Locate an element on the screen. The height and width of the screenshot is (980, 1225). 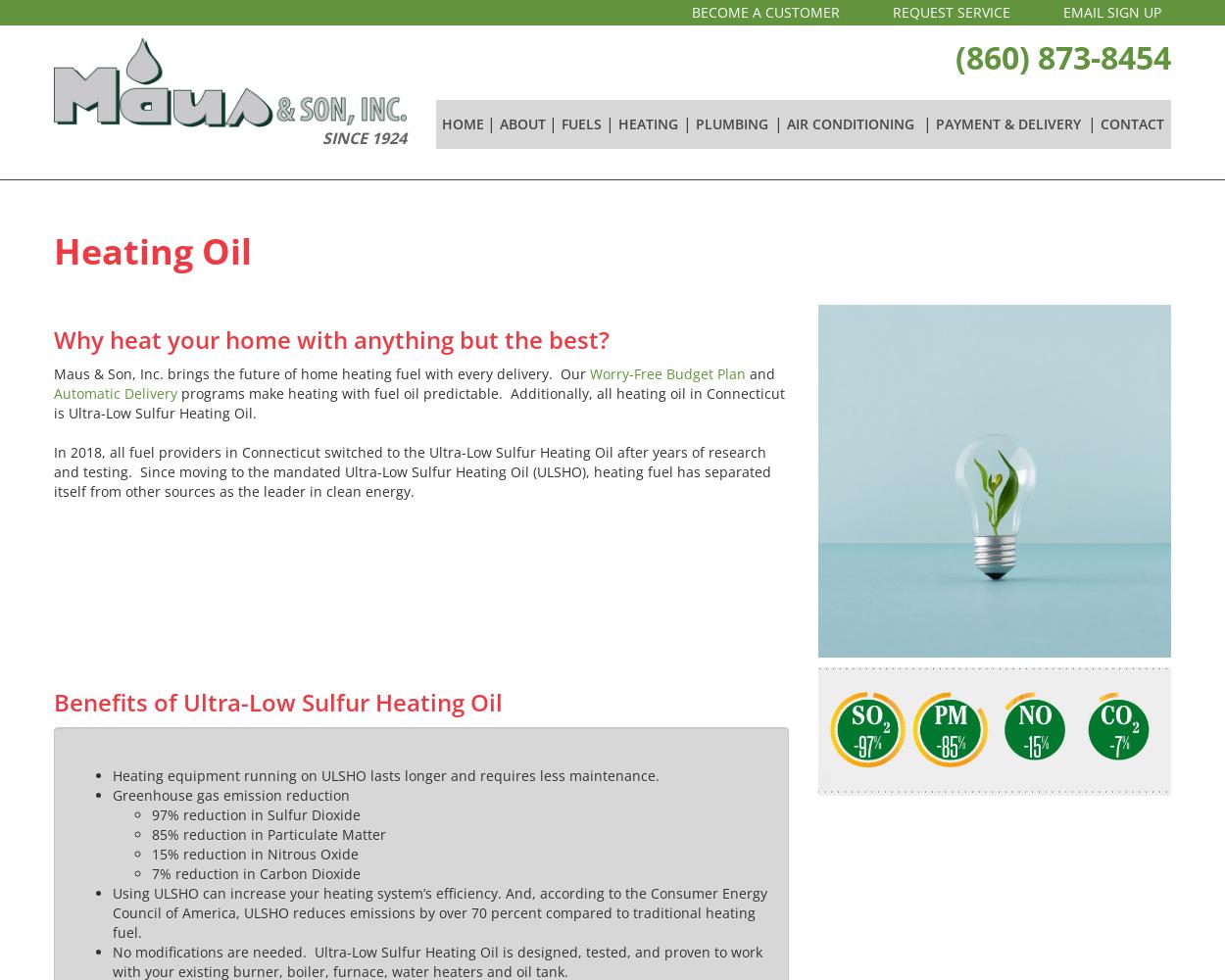
'Worry-Free Budget Plan' is located at coordinates (667, 373).